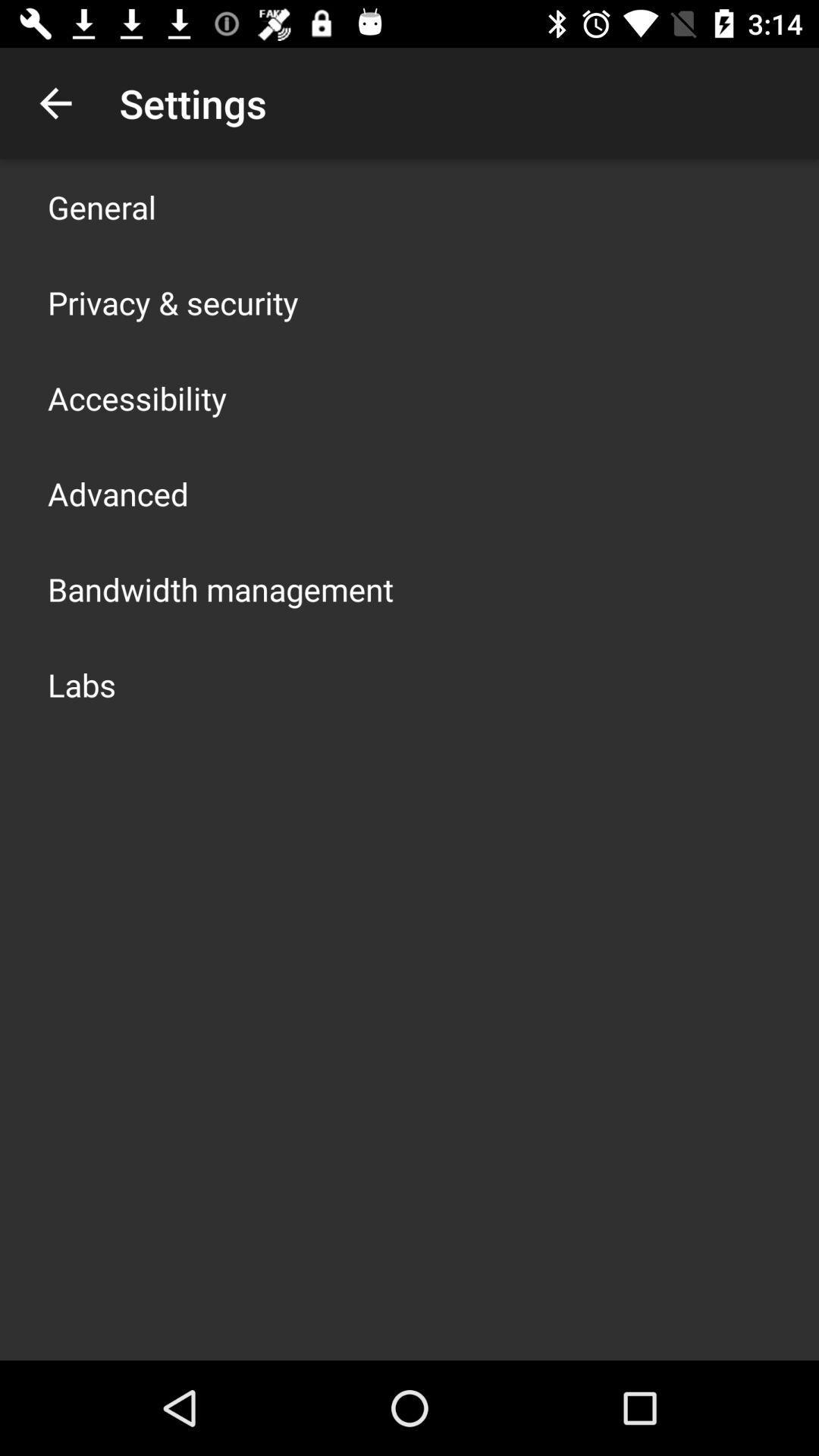 This screenshot has width=819, height=1456. I want to click on general item, so click(102, 206).